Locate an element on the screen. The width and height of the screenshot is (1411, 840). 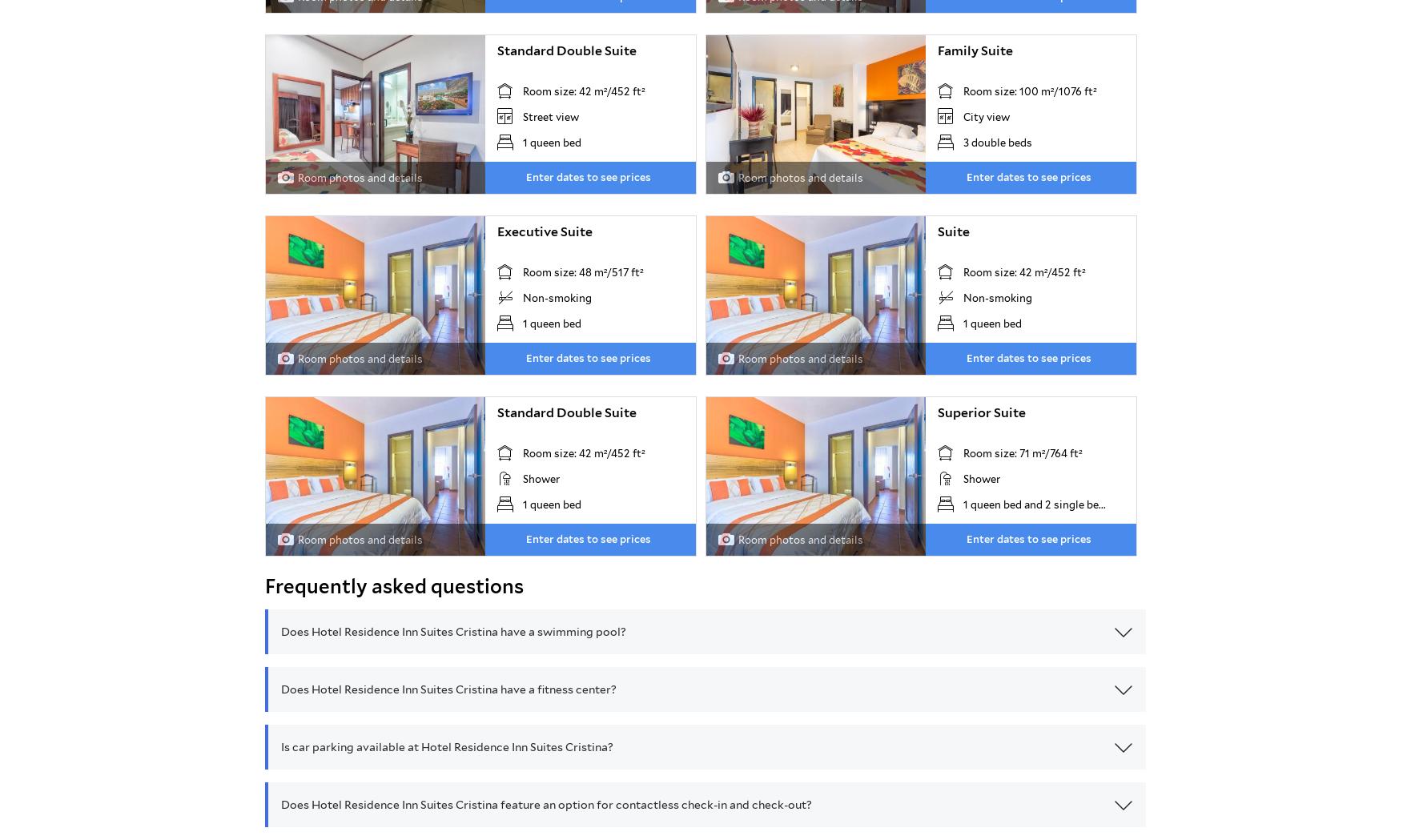
'Suite' is located at coordinates (953, 231).